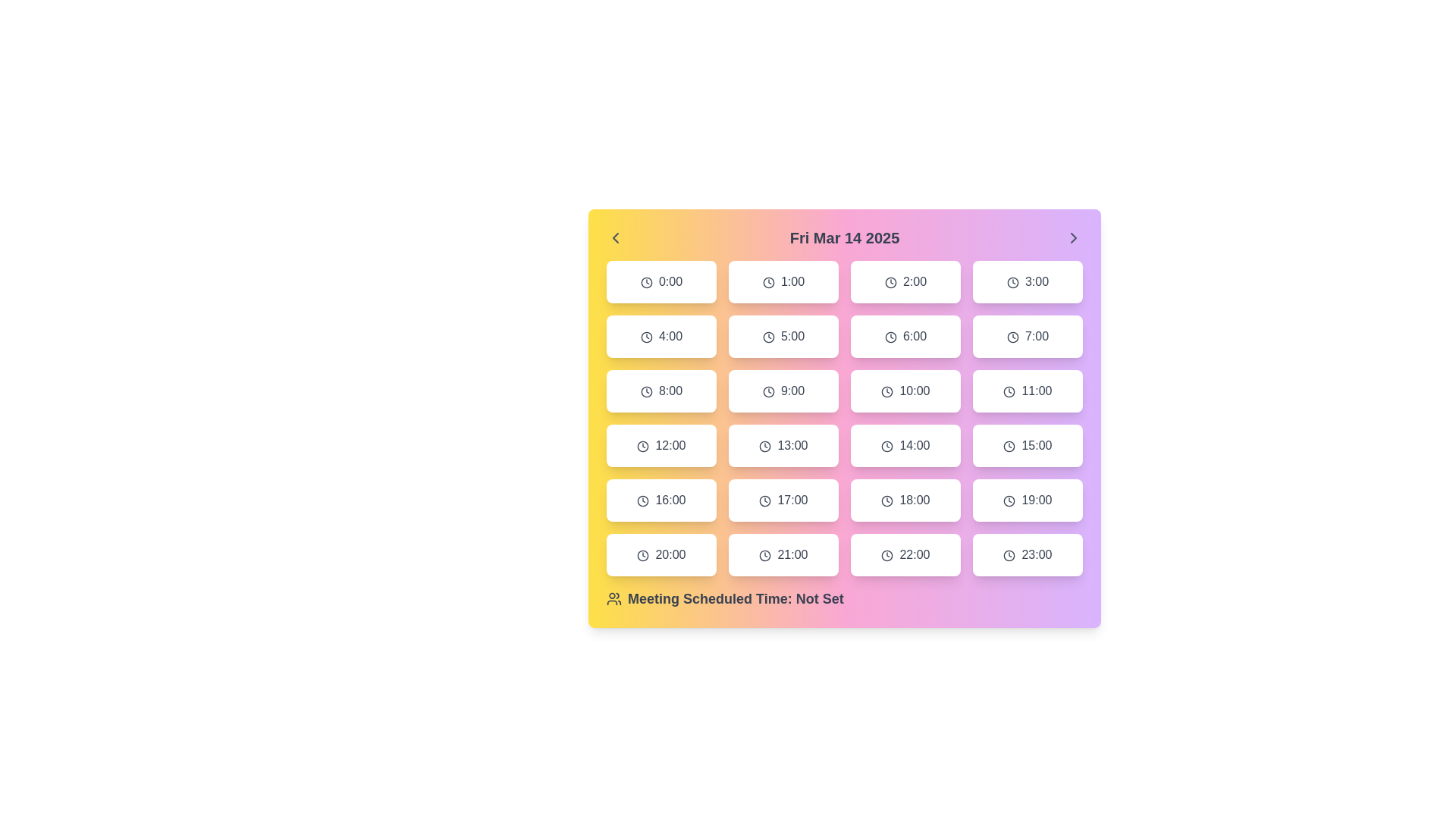 This screenshot has width=1456, height=819. I want to click on the circular SVG component of the clock icon associated with the time label '9:00', which is located in the second row, third column of the grid layout, so click(768, 391).